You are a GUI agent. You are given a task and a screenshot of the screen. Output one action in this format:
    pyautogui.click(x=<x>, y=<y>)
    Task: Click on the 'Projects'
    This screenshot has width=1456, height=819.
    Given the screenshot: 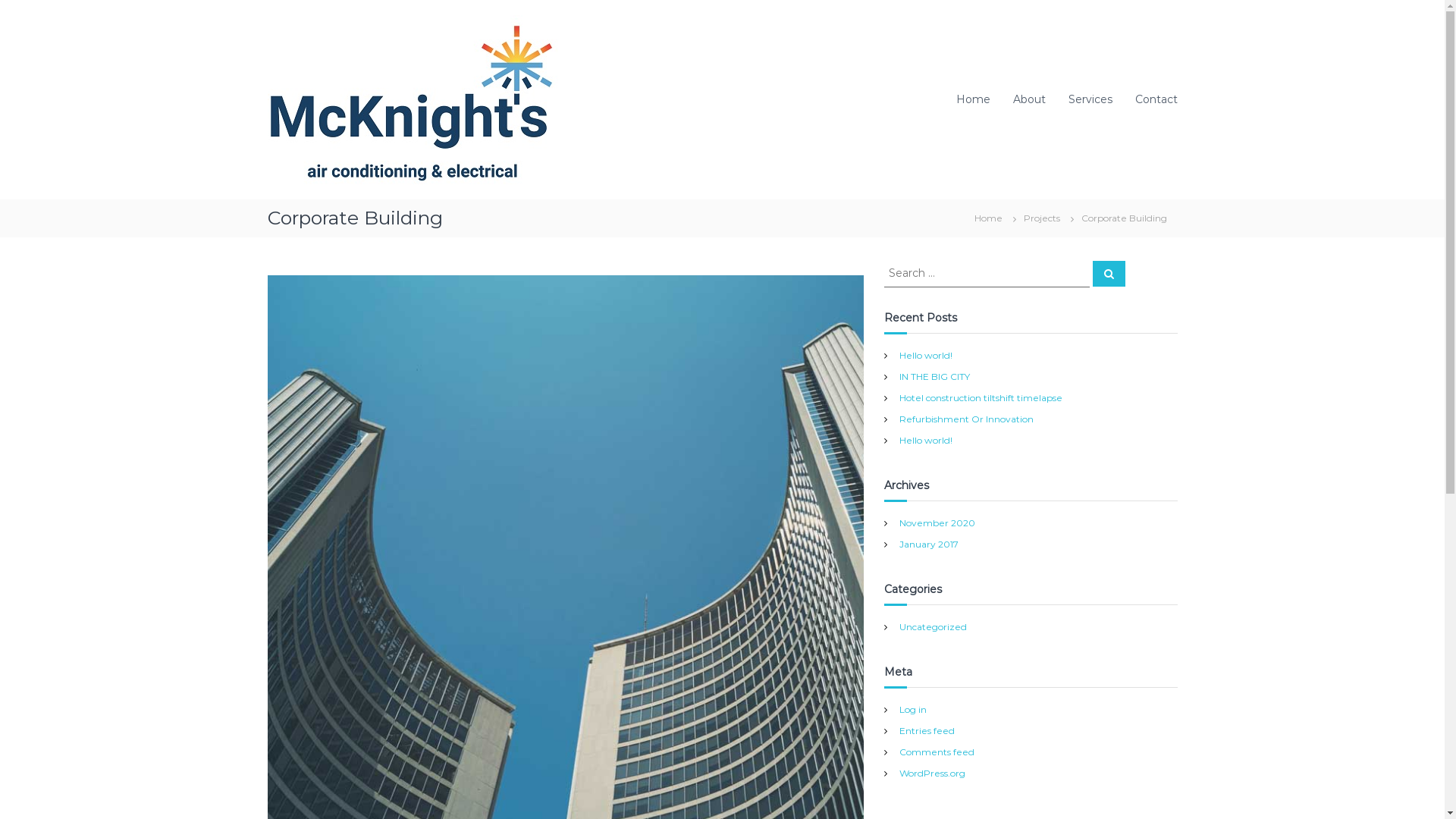 What is the action you would take?
    pyautogui.click(x=1040, y=217)
    